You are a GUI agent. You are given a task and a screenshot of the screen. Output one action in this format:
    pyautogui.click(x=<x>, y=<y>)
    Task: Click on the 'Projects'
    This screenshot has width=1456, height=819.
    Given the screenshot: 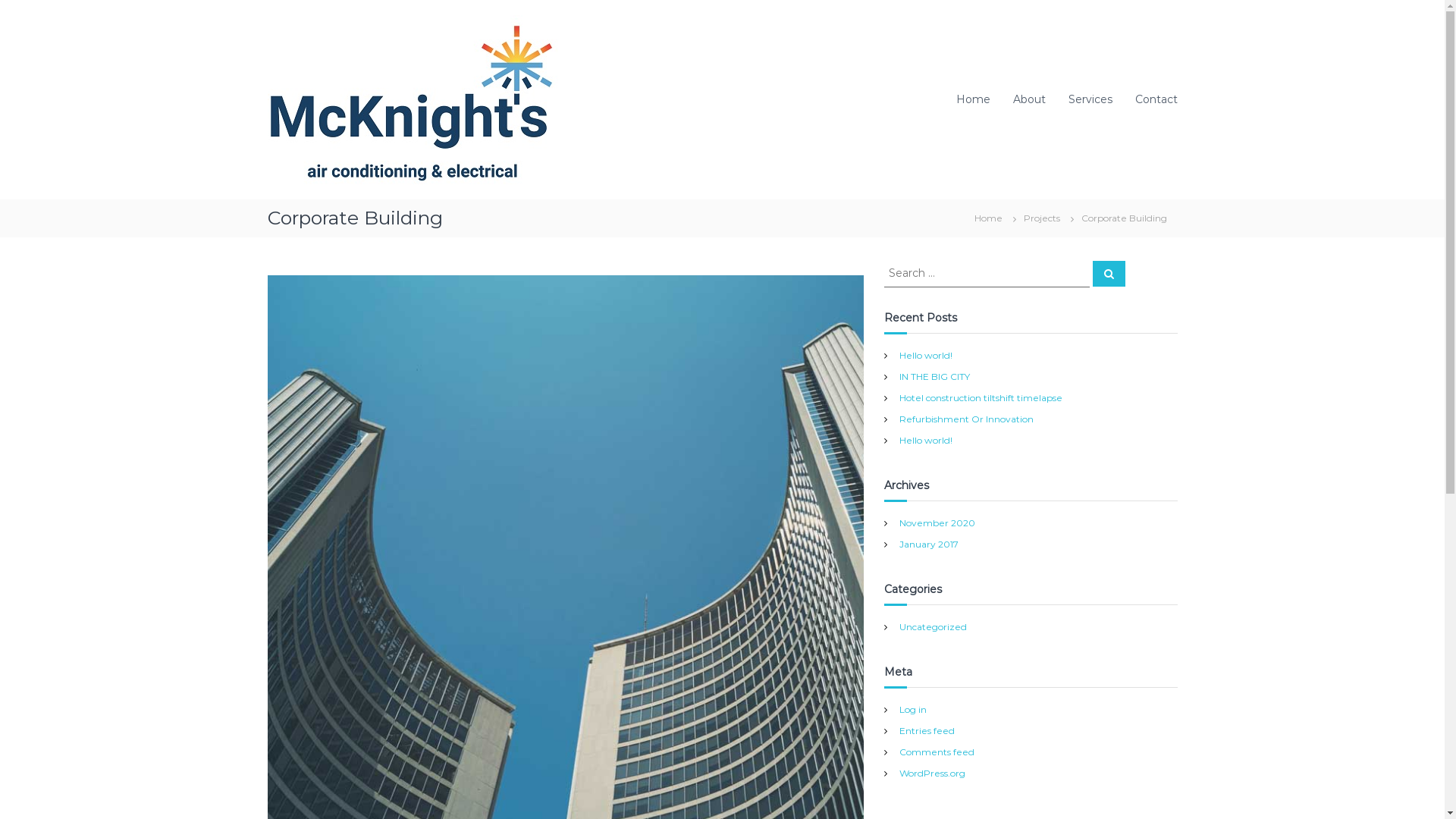 What is the action you would take?
    pyautogui.click(x=1040, y=217)
    